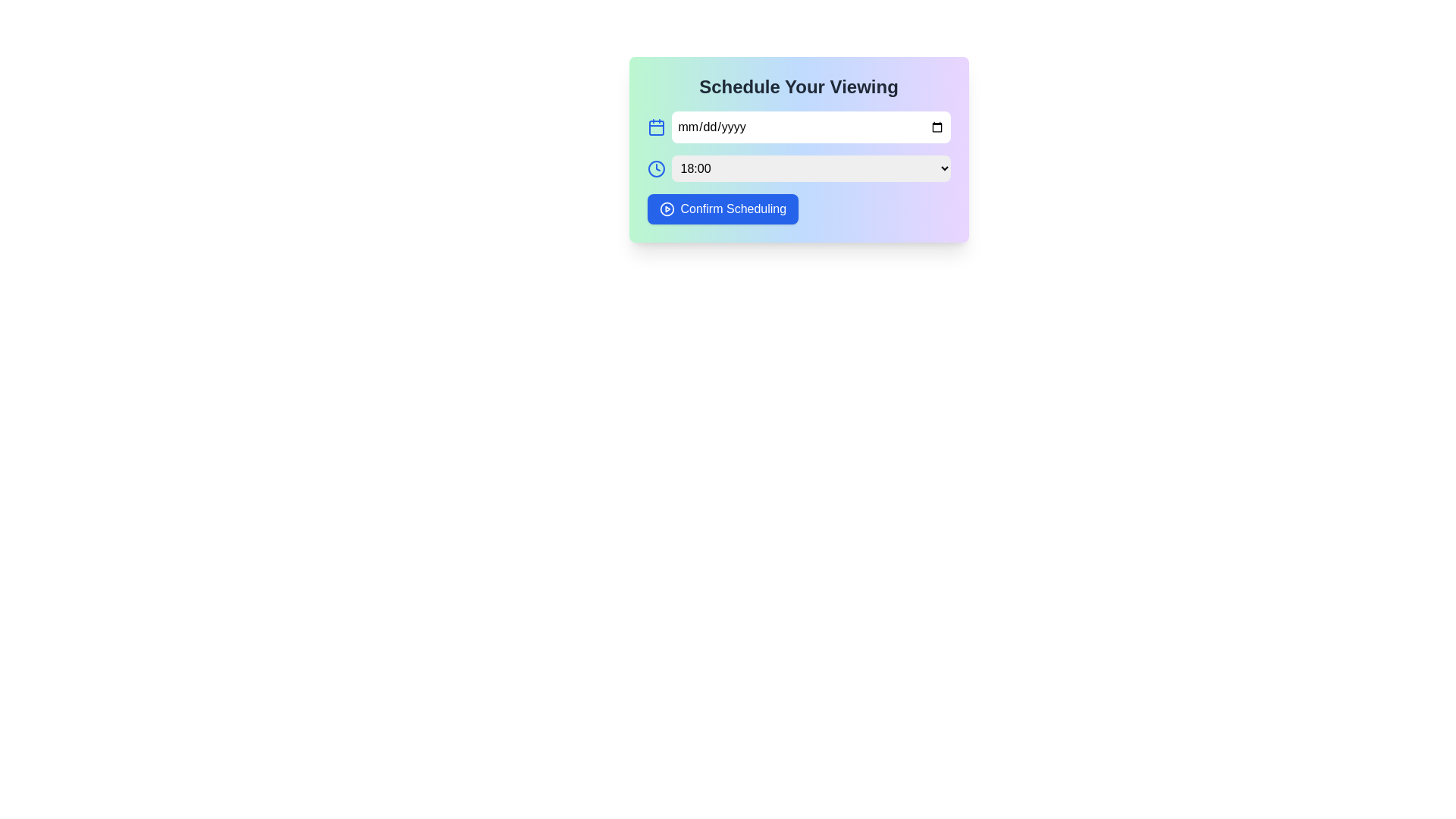 The image size is (1456, 819). I want to click on the 'Confirm Scheduling' button, which has a vibrant blue background and white text, so click(722, 209).